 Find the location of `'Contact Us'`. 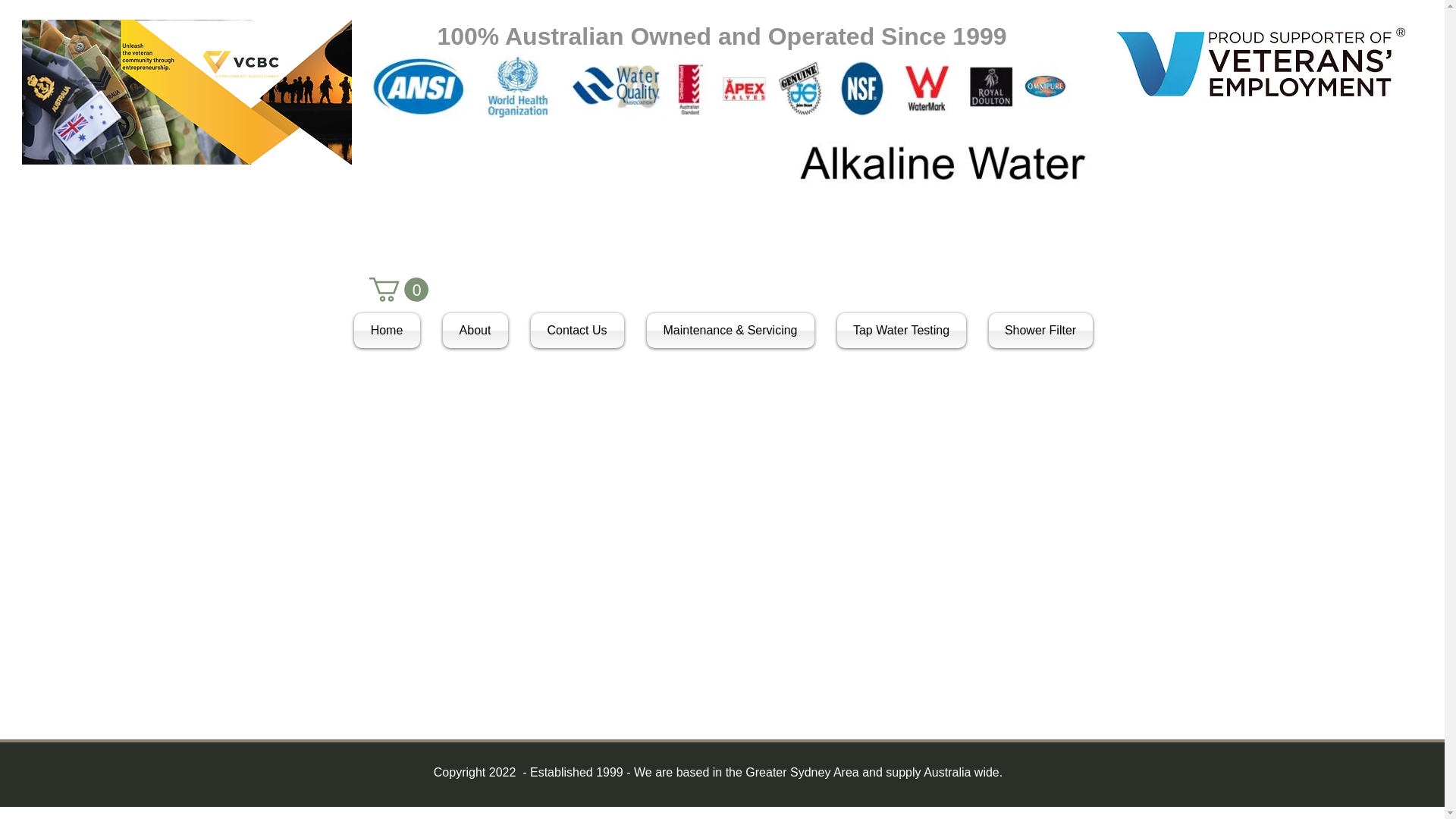

'Contact Us' is located at coordinates (576, 329).